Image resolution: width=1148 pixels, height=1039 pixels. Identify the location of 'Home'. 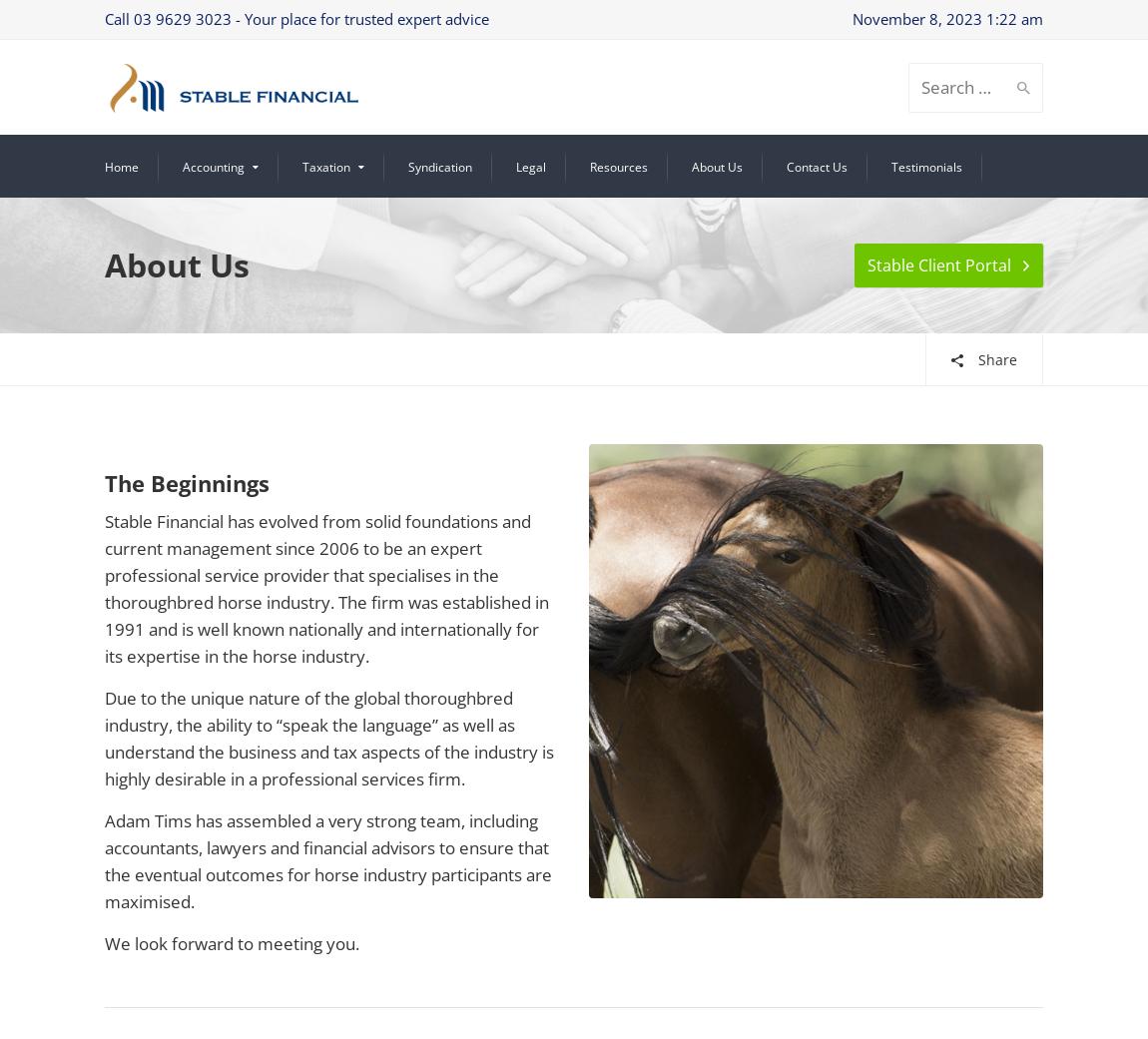
(103, 167).